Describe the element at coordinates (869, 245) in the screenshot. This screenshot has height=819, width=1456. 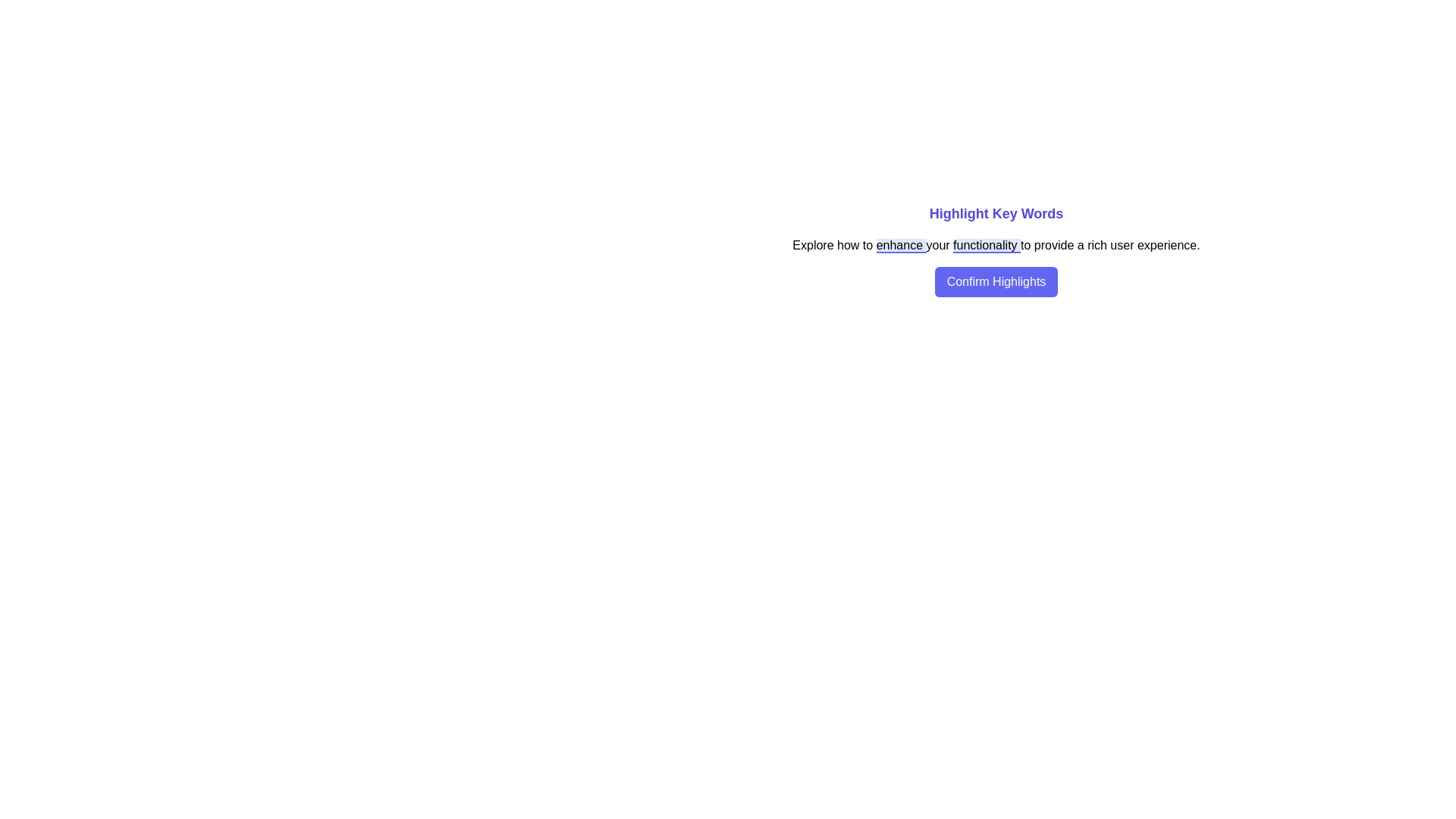
I see `the static text element which is the third word in the sentence 'Explore how to enhance your functionality to provide a rich user experience.'` at that location.